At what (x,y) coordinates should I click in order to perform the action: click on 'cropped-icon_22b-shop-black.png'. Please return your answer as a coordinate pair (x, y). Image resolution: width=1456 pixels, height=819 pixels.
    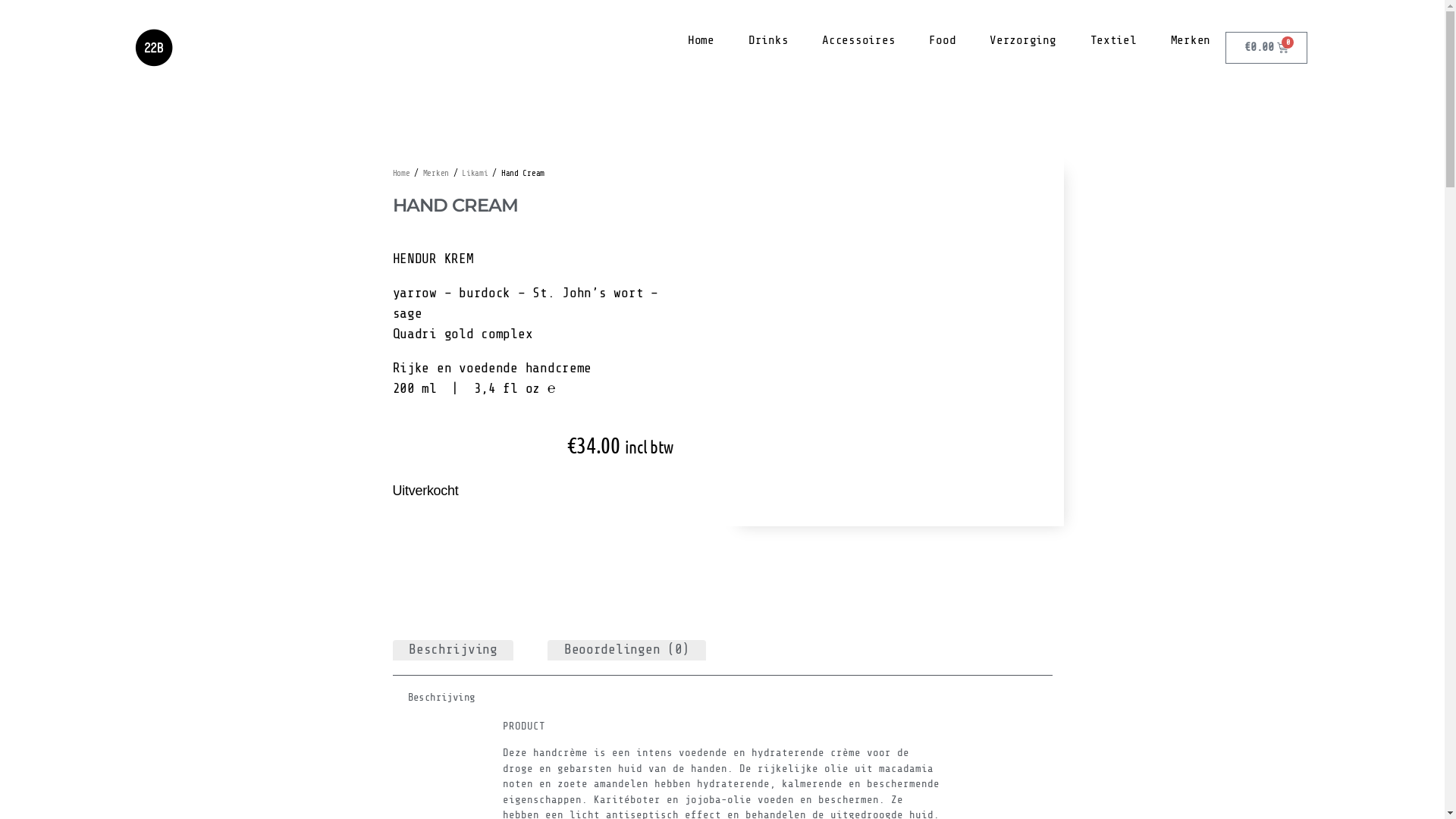
    Looking at the image, I should click on (153, 46).